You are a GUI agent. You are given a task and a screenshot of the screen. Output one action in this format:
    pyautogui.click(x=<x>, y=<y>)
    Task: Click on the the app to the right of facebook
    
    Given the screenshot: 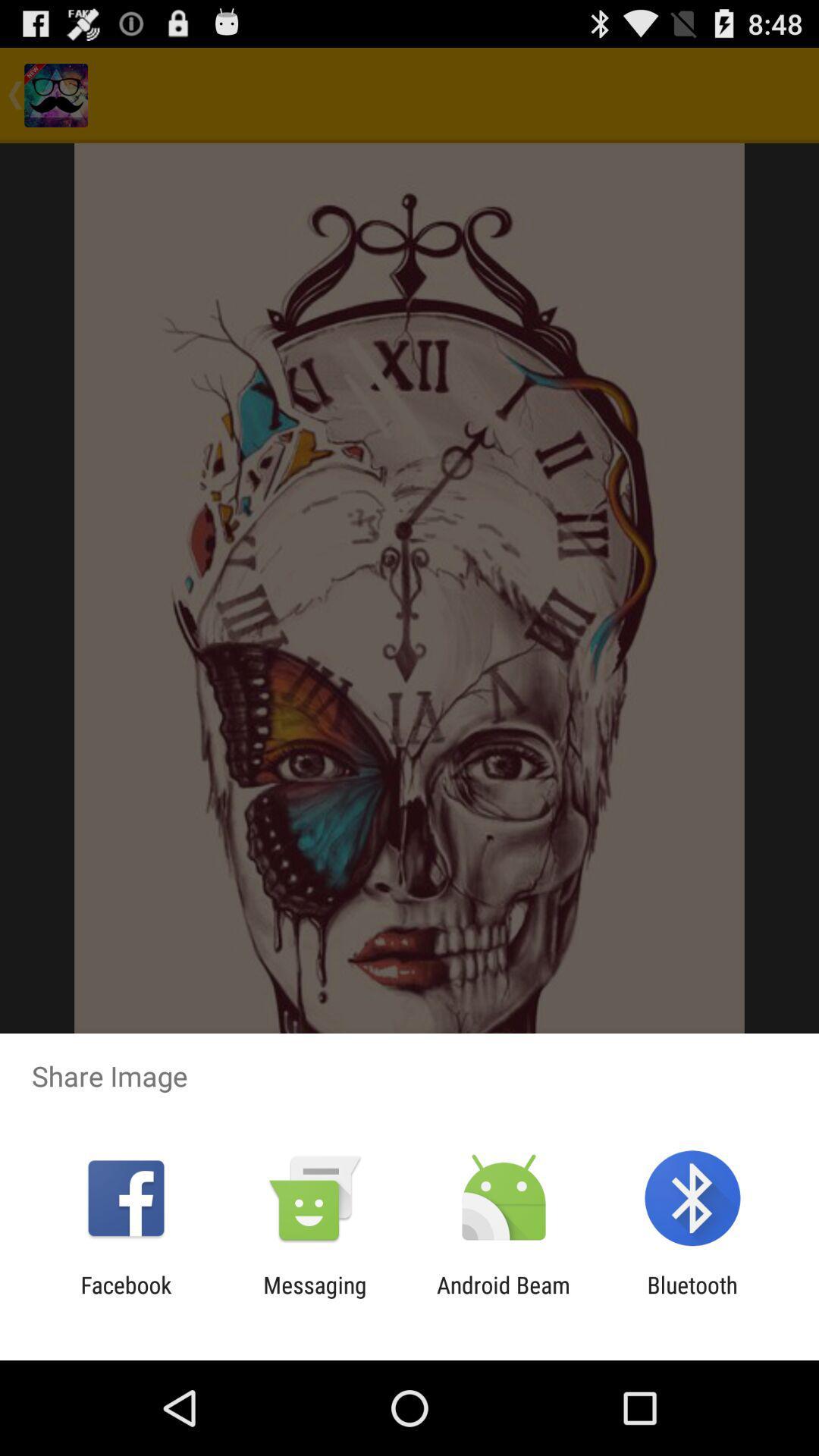 What is the action you would take?
    pyautogui.click(x=314, y=1298)
    